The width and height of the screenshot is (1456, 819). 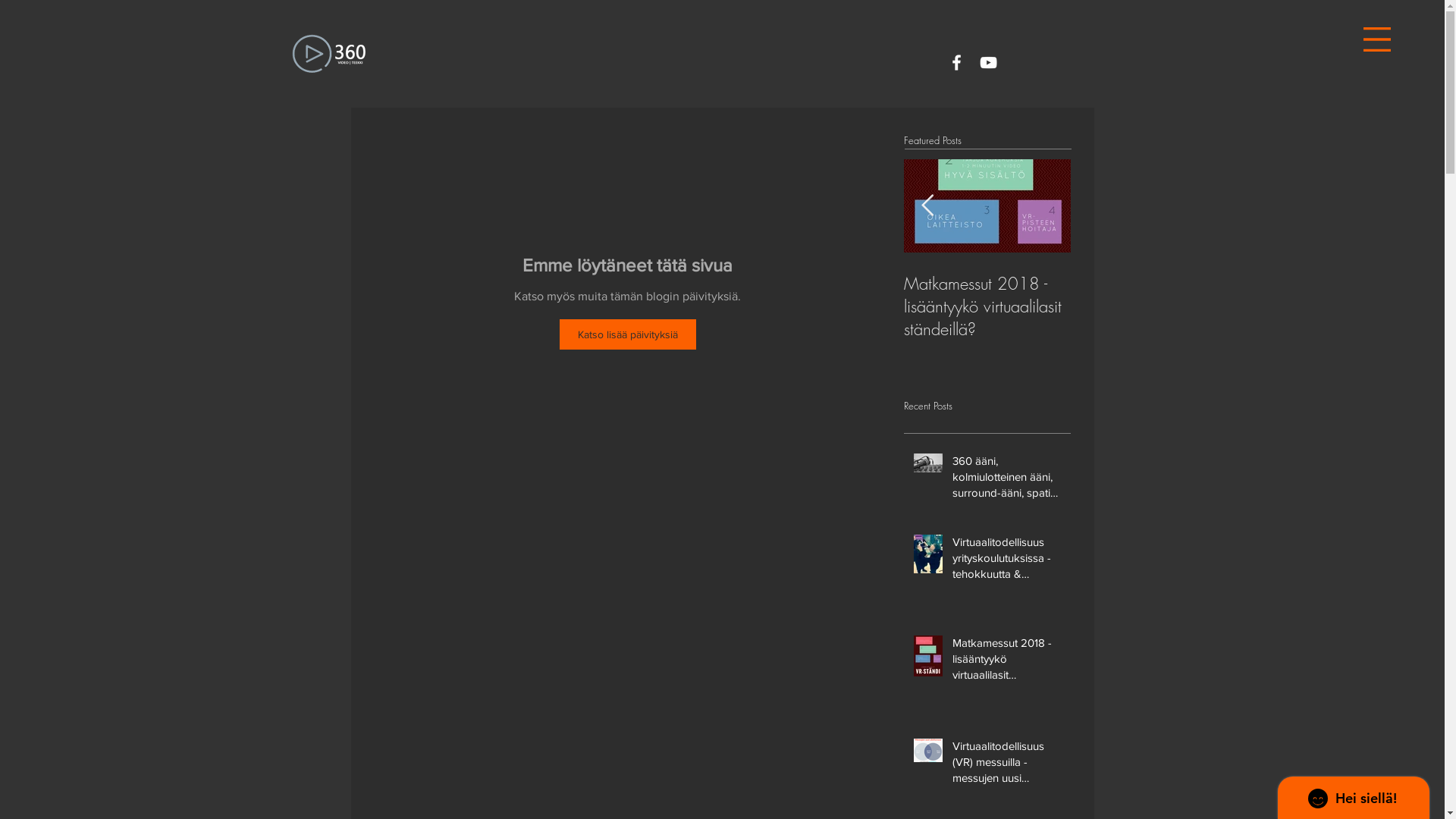 I want to click on '360LOGO TRANSP WHITE.png', so click(x=327, y=52).